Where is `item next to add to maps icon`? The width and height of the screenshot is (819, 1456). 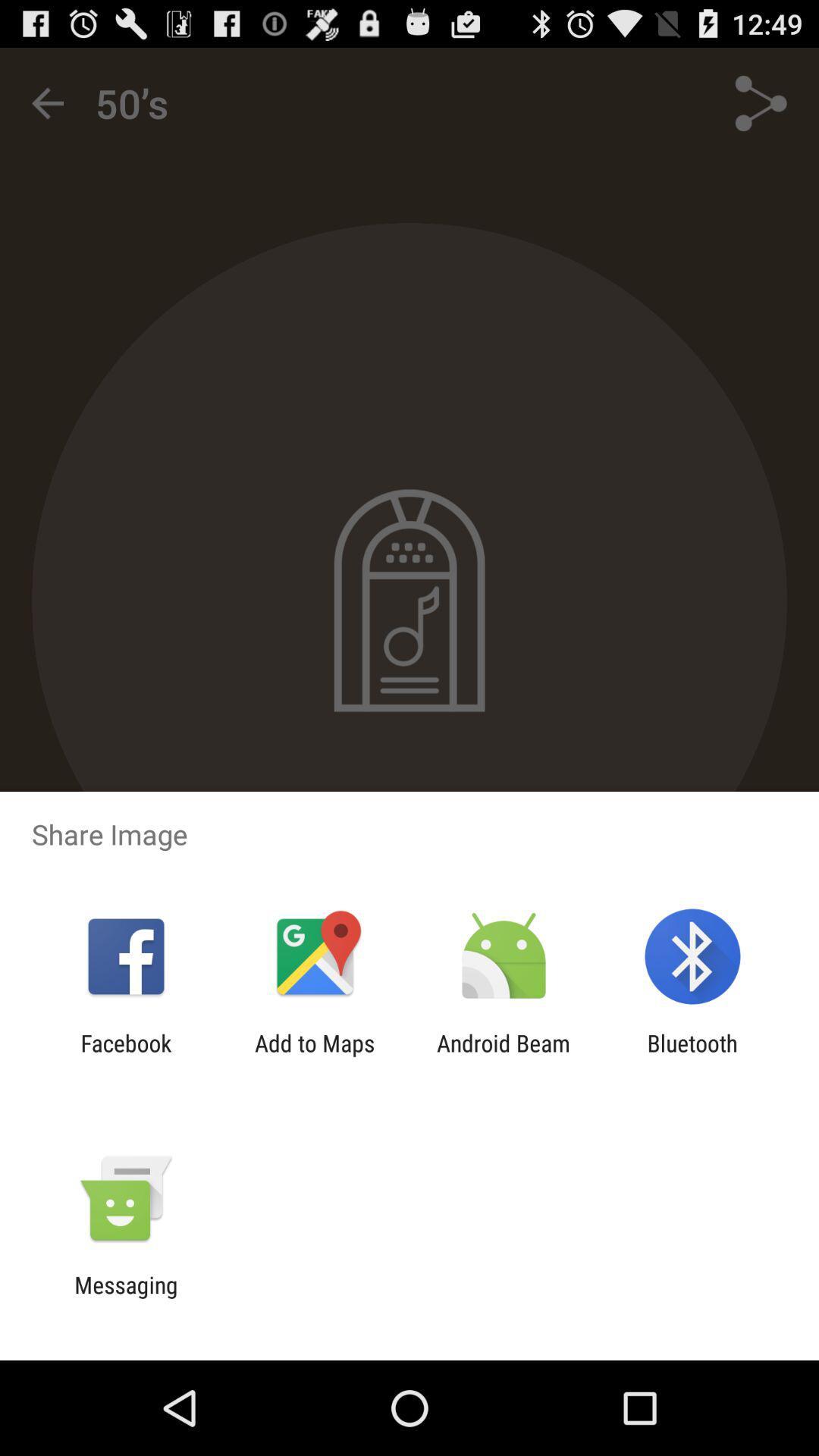 item next to add to maps icon is located at coordinates (504, 1056).